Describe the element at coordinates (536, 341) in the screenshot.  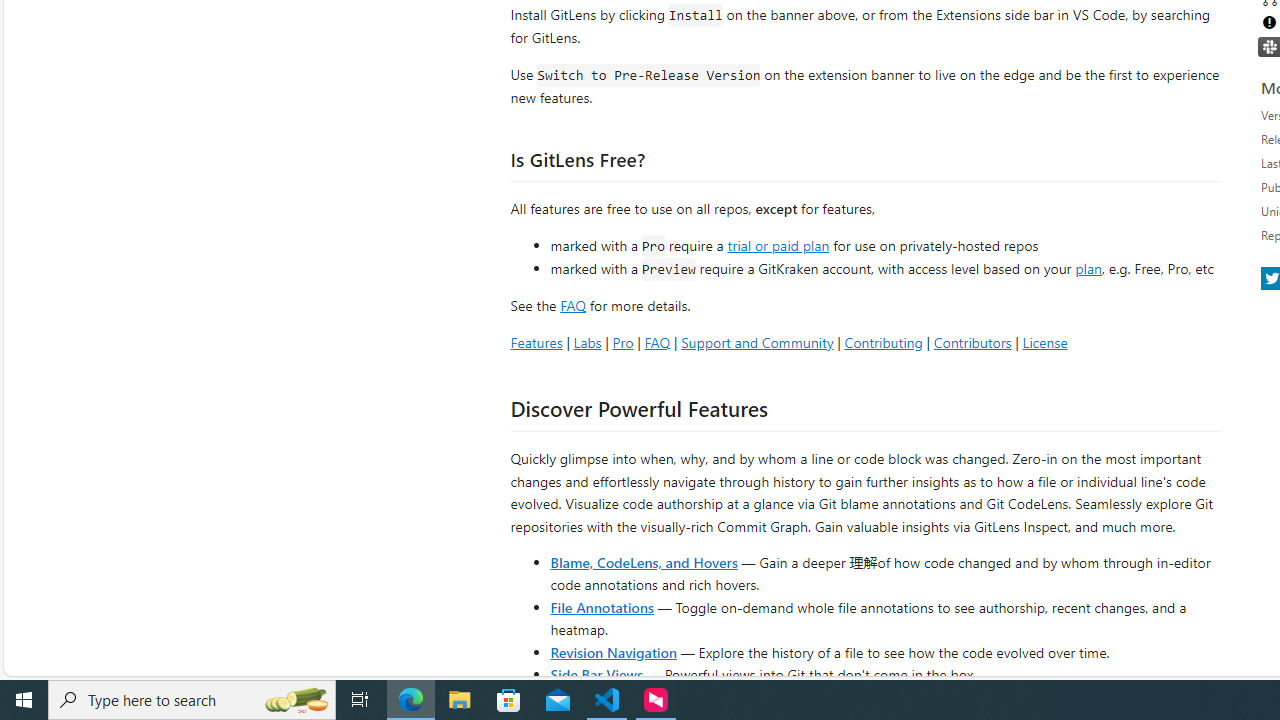
I see `'Features'` at that location.